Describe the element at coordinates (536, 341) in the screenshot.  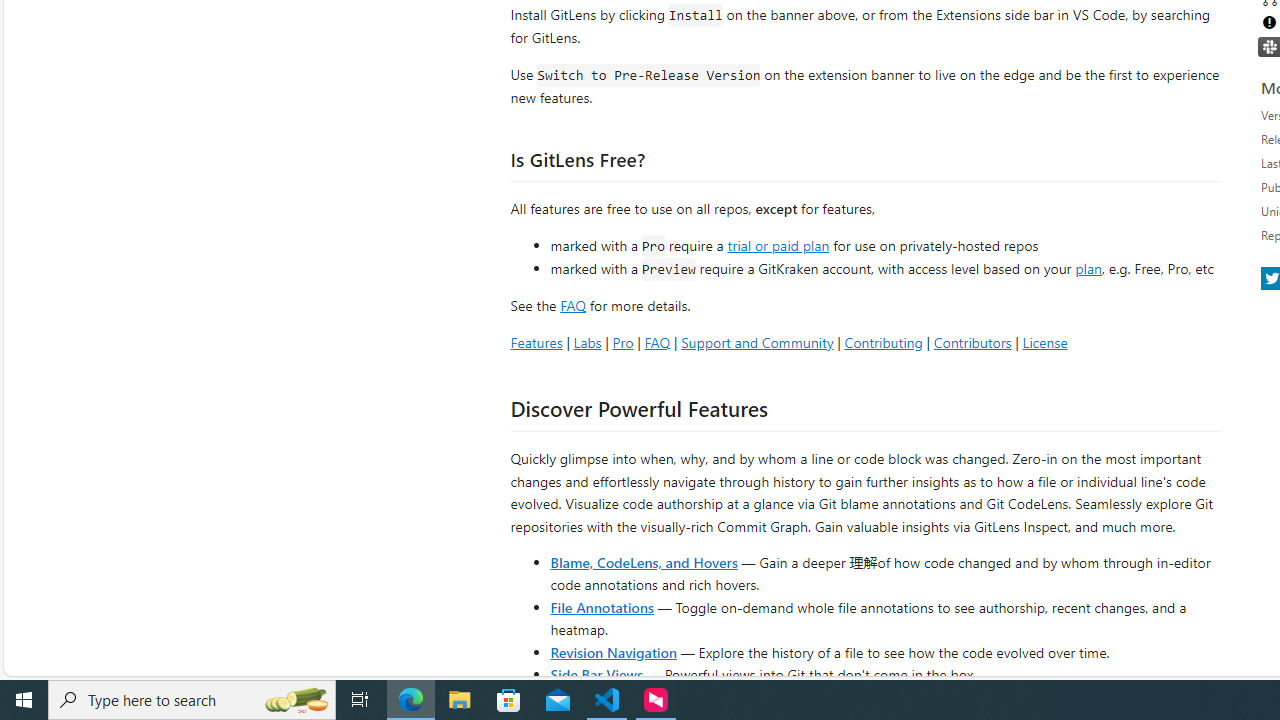
I see `'Features'` at that location.